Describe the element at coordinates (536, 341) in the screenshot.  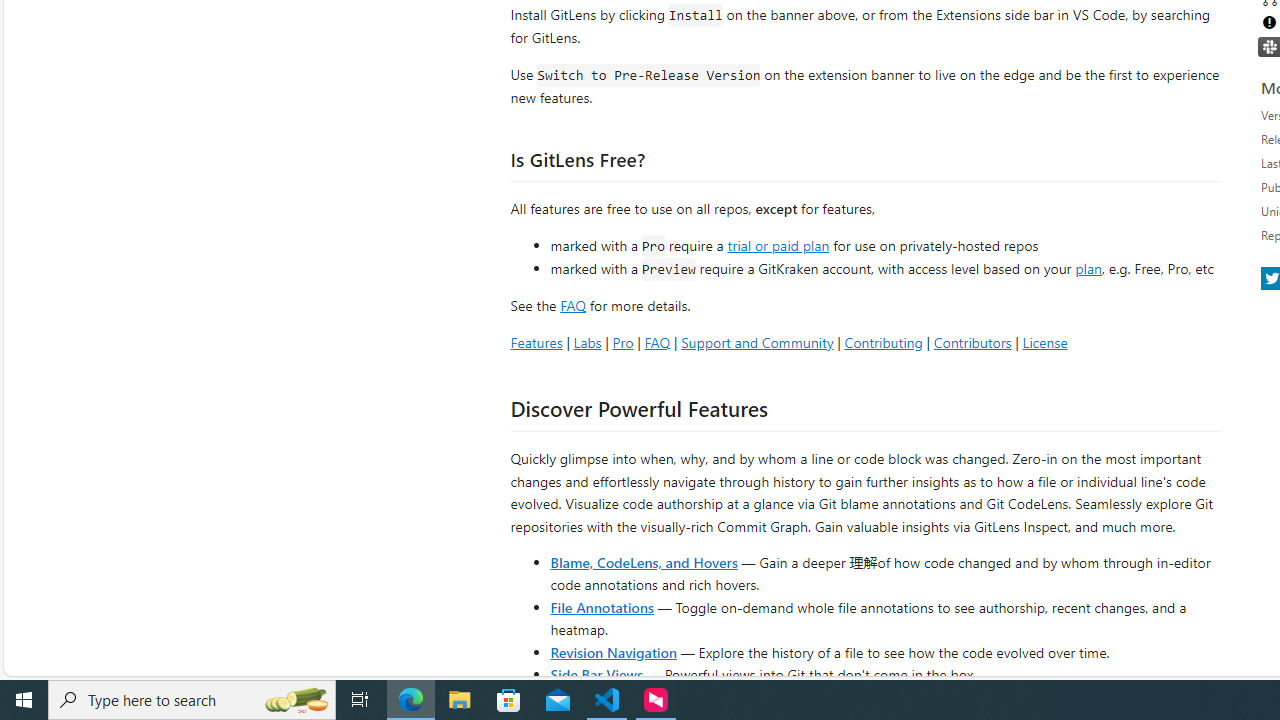
I see `'Features'` at that location.